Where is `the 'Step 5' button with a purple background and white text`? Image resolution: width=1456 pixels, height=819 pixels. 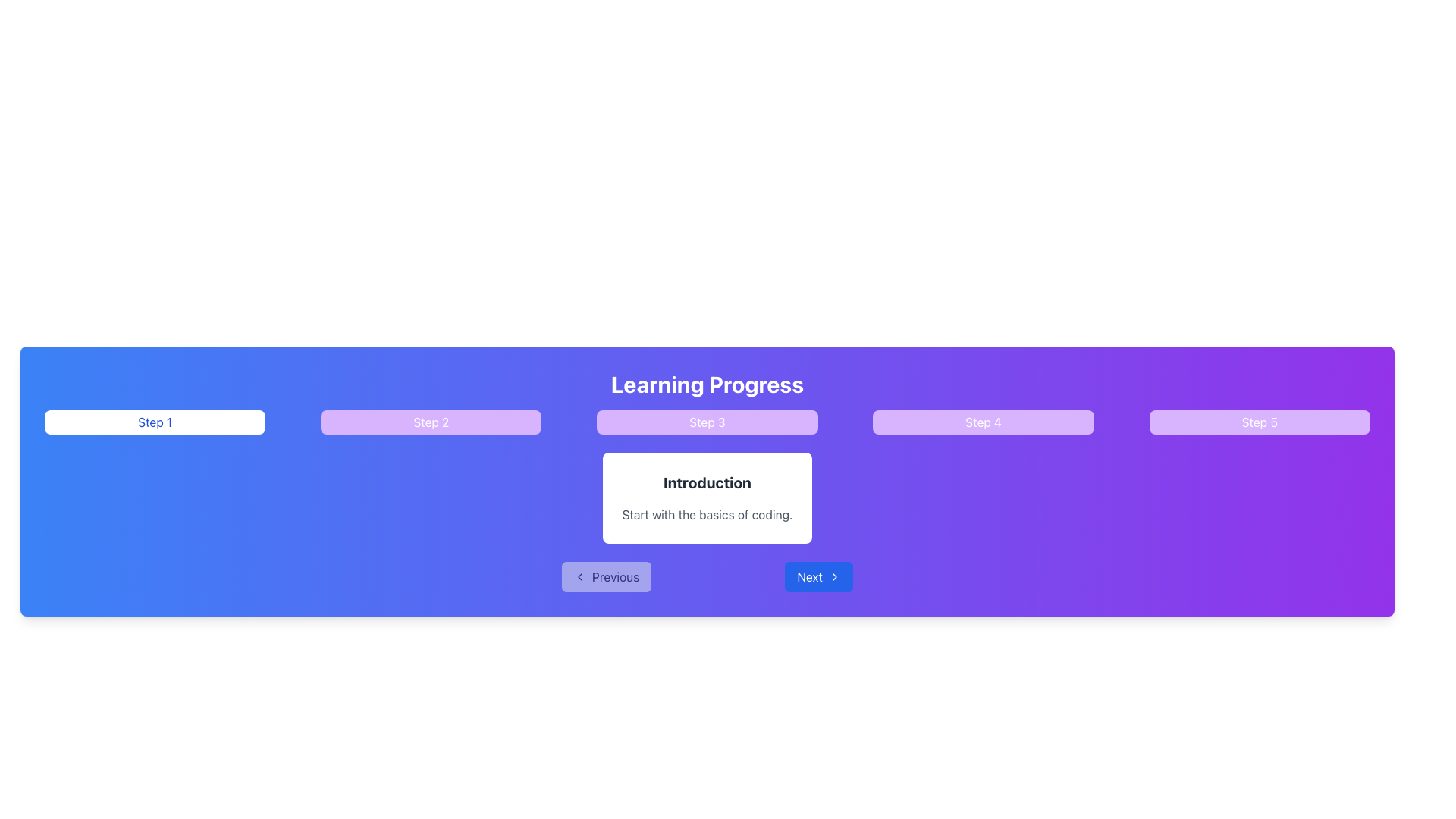 the 'Step 5' button with a purple background and white text is located at coordinates (1260, 422).